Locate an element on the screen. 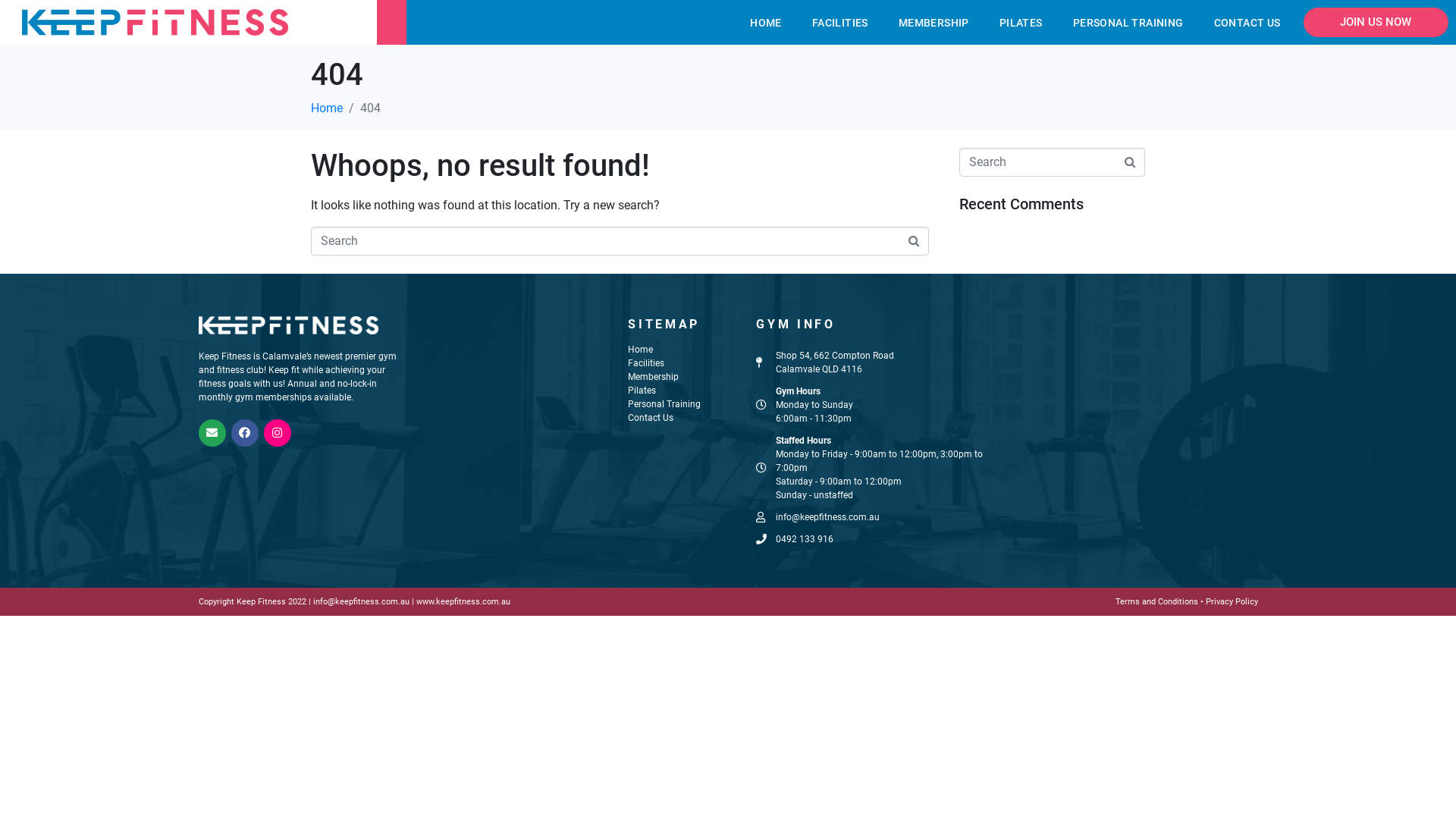  'JOIN US NOW' is located at coordinates (1376, 22).